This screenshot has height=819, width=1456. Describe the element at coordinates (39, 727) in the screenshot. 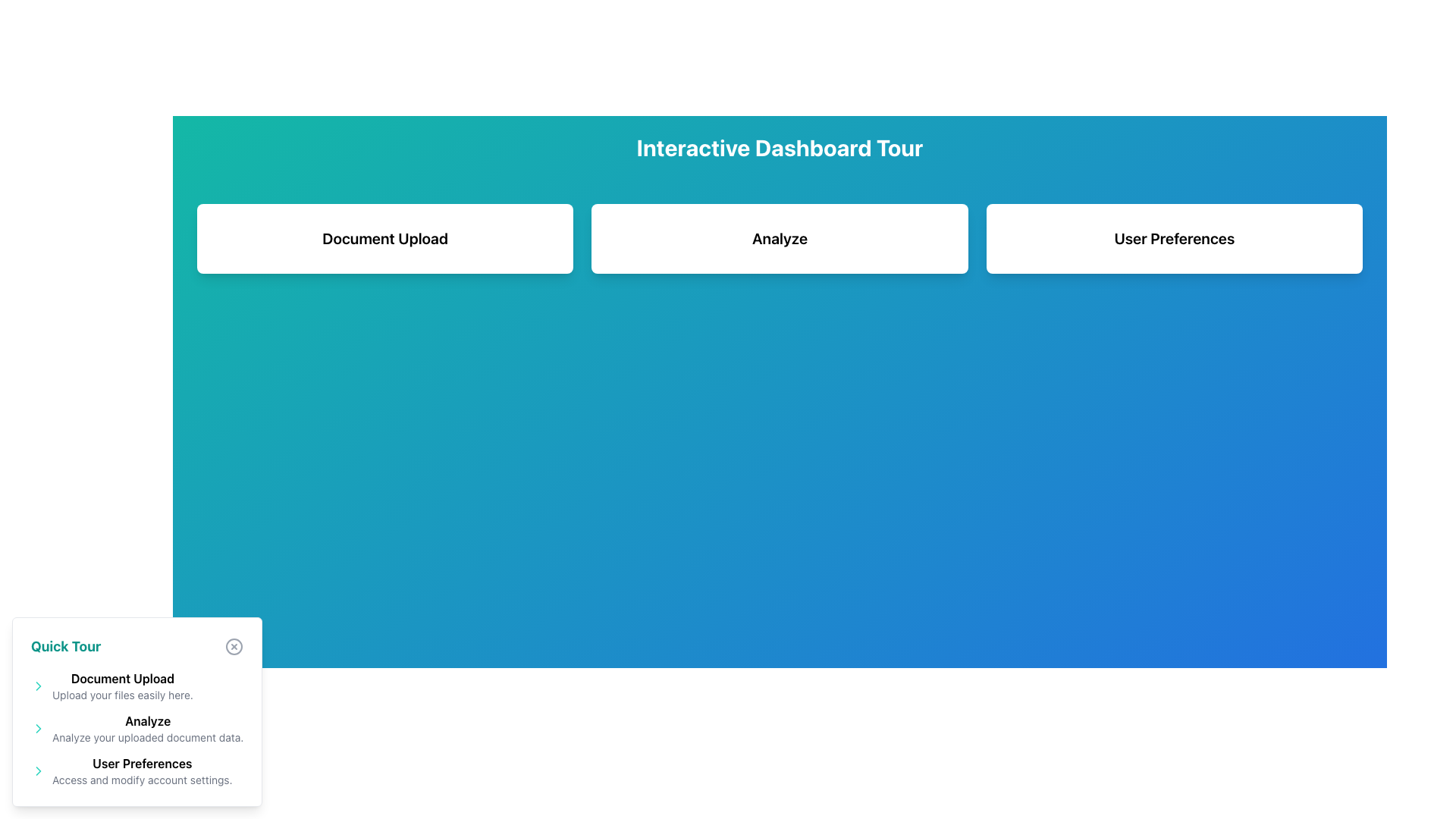

I see `the SvgIcon in the 'Quick Tour' section next to the 'Analyze' option` at that location.